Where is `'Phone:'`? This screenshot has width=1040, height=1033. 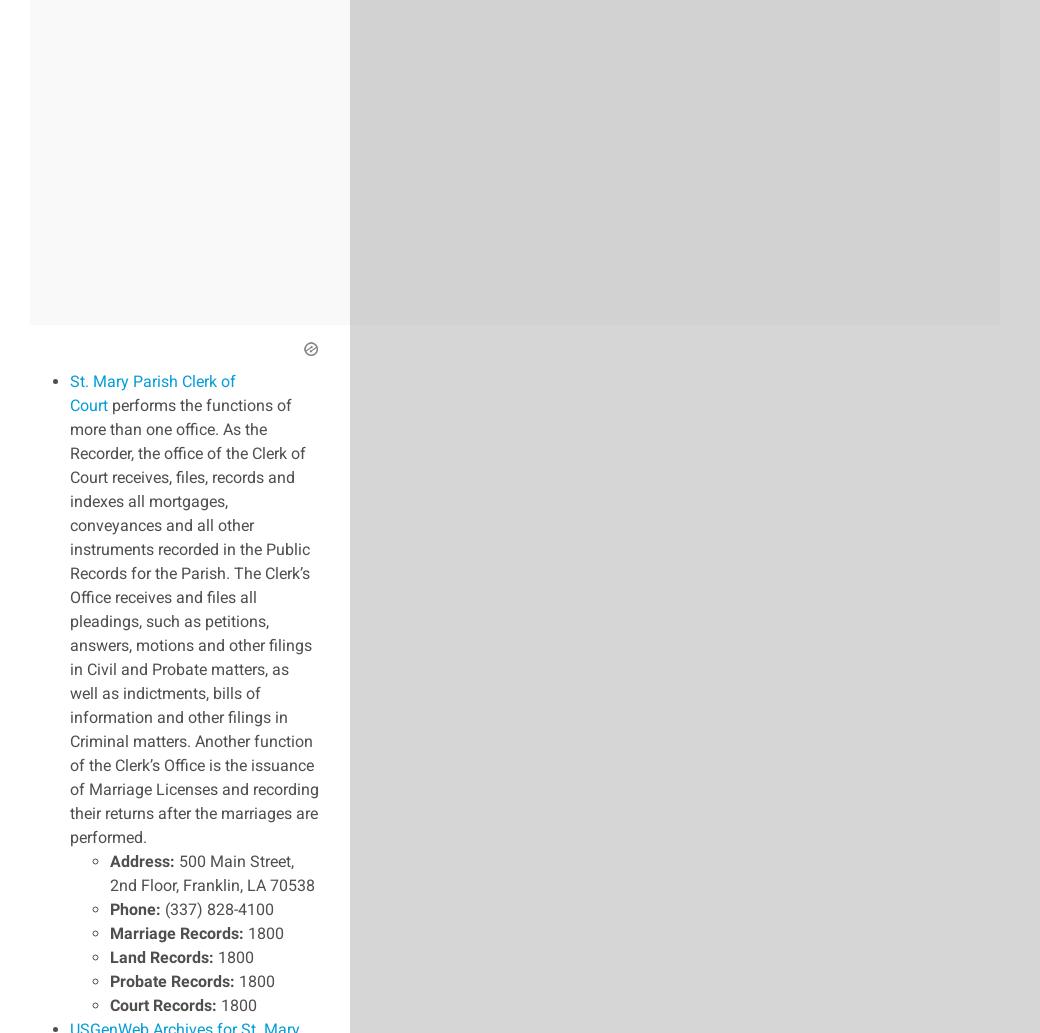
'Phone:' is located at coordinates (135, 907).